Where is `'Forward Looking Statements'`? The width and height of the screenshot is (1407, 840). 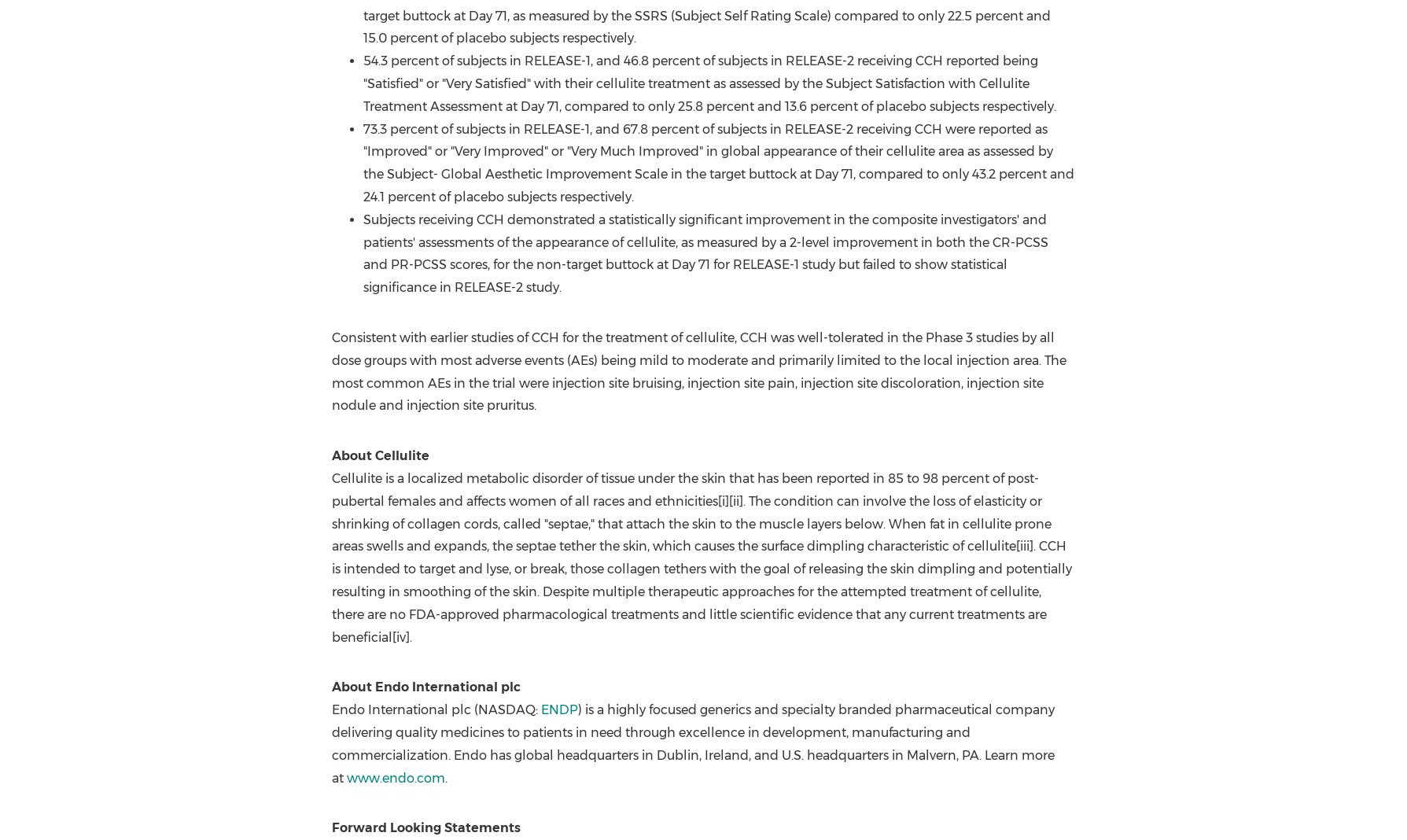 'Forward Looking Statements' is located at coordinates (425, 827).